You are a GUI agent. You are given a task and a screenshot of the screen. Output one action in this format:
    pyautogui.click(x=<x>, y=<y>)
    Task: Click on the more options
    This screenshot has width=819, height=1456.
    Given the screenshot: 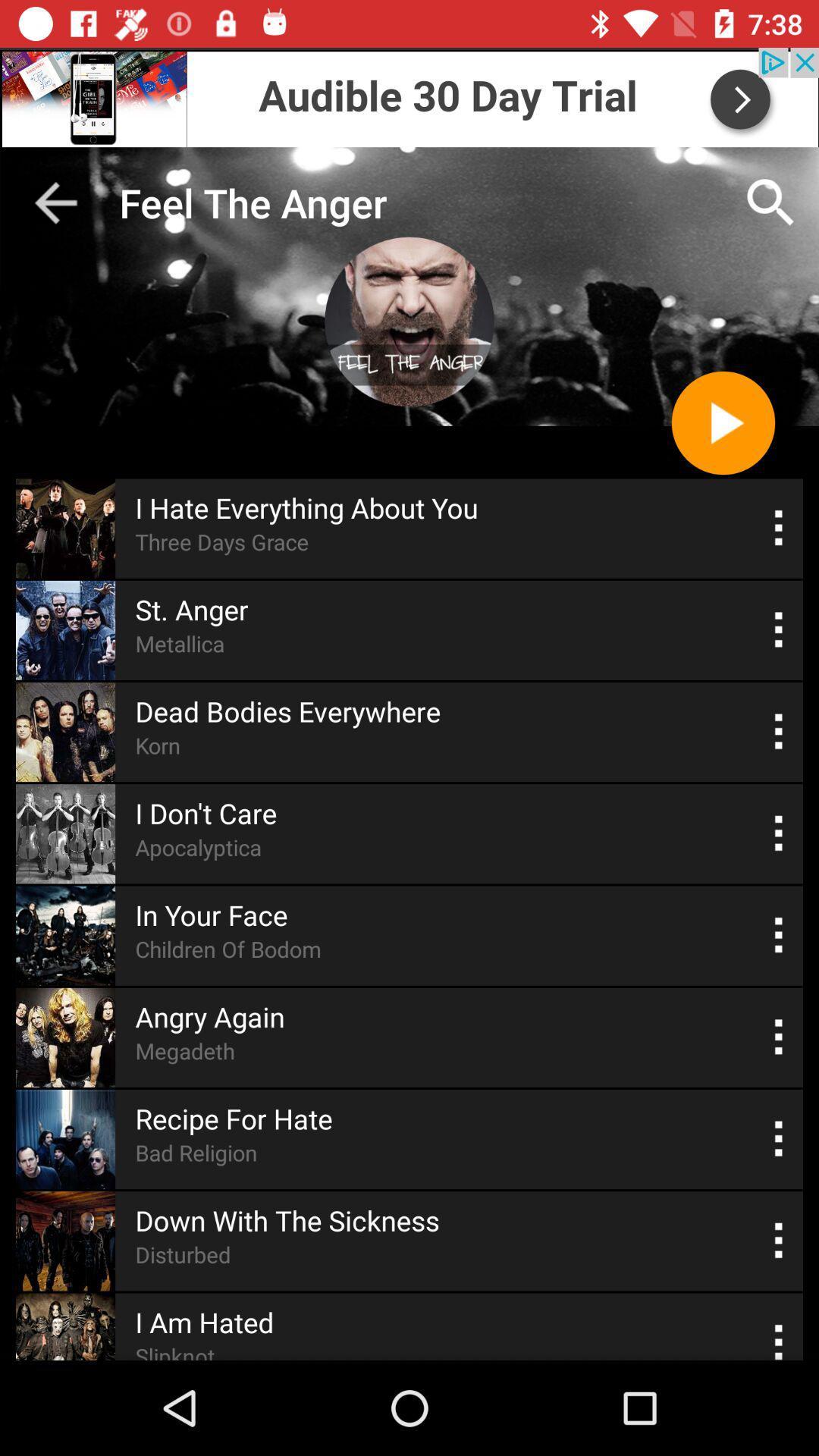 What is the action you would take?
    pyautogui.click(x=779, y=1139)
    